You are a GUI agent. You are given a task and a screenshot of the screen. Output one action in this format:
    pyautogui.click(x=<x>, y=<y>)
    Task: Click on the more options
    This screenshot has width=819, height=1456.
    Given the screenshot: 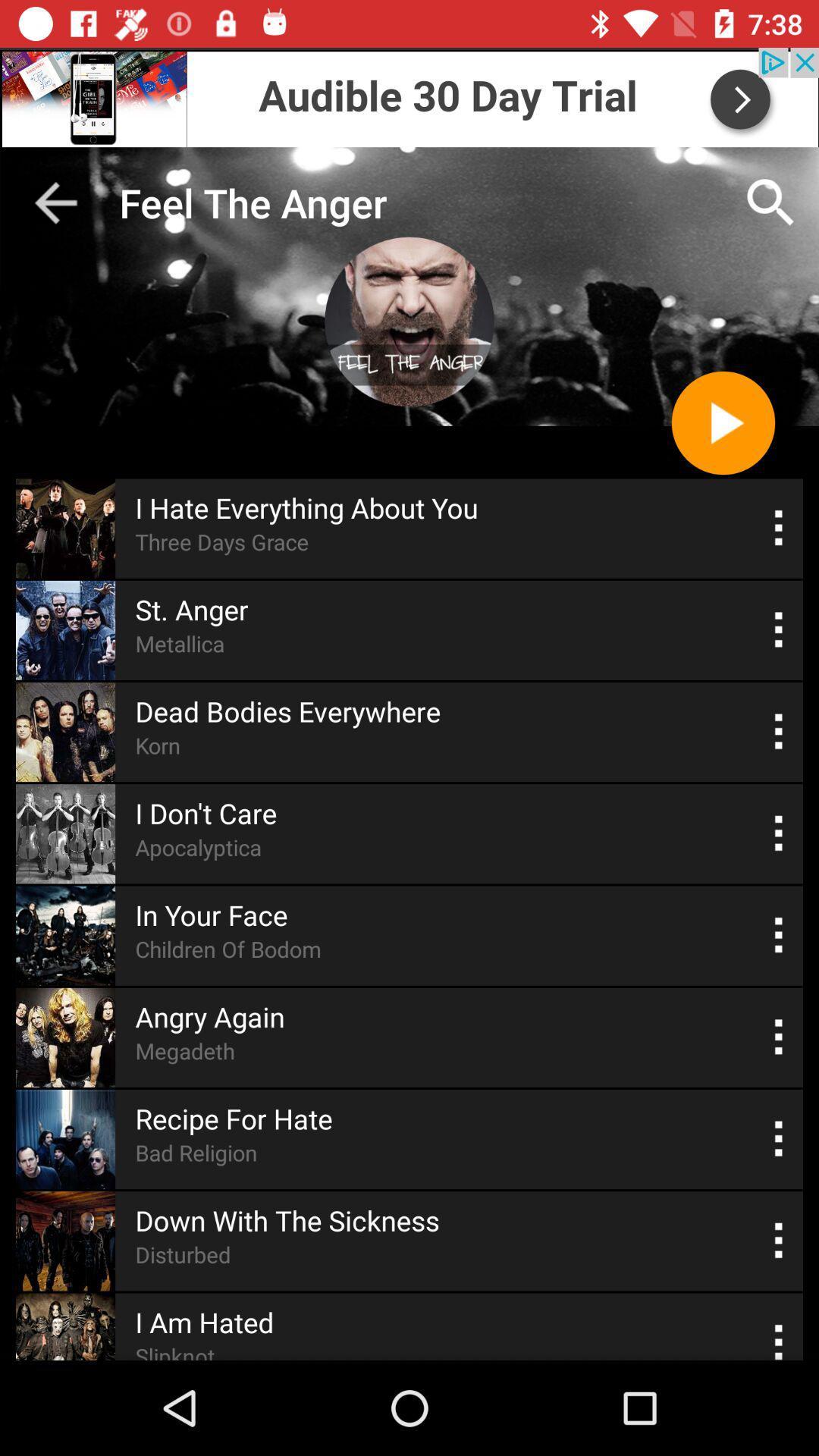 What is the action you would take?
    pyautogui.click(x=779, y=1139)
    